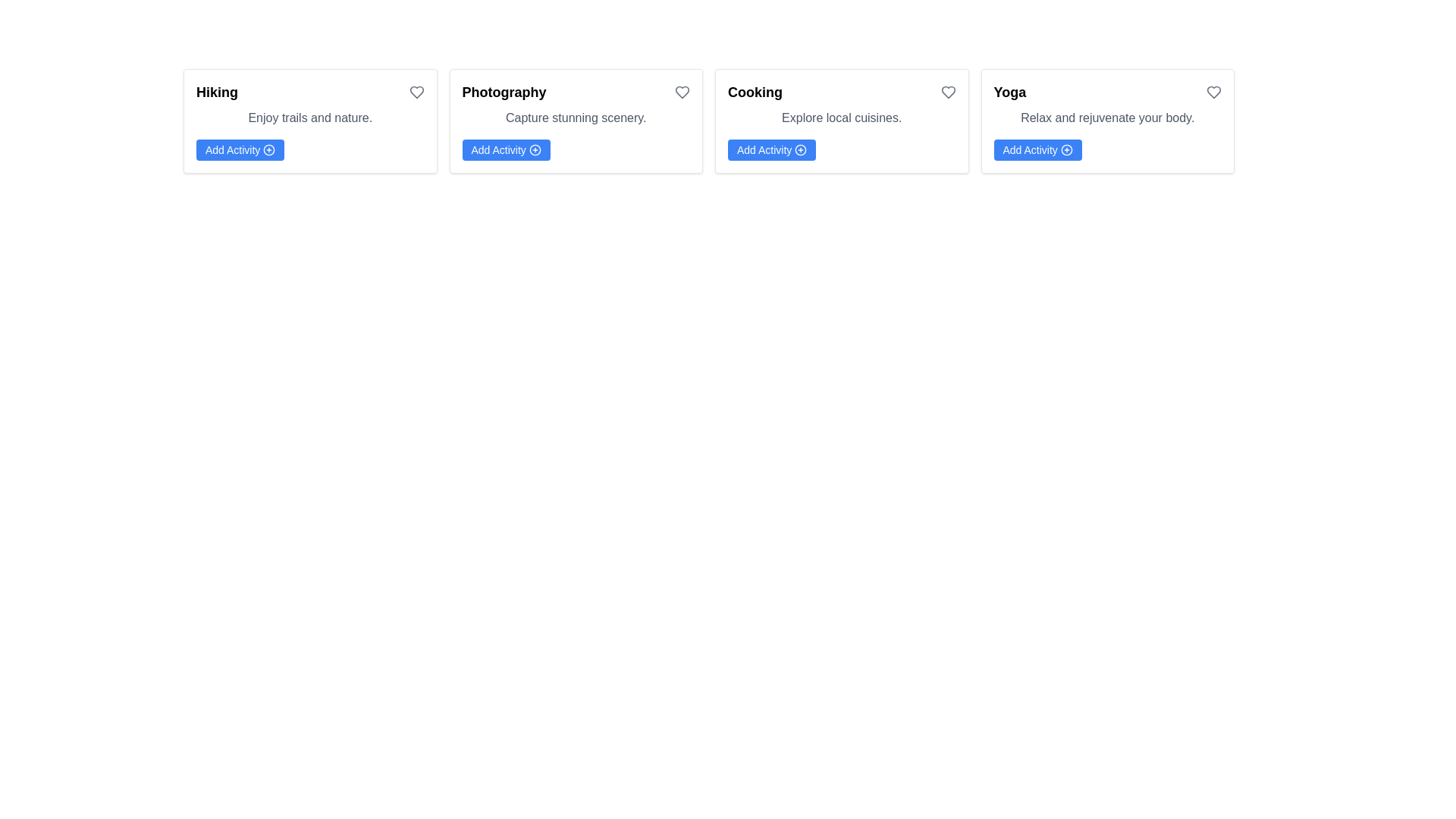  I want to click on the blue rectangular 'Add Activity' button with a white '+' icon, located below the 'Relax and rejuvenate your body.' text in the 'Yoga' activity card, so click(1037, 149).